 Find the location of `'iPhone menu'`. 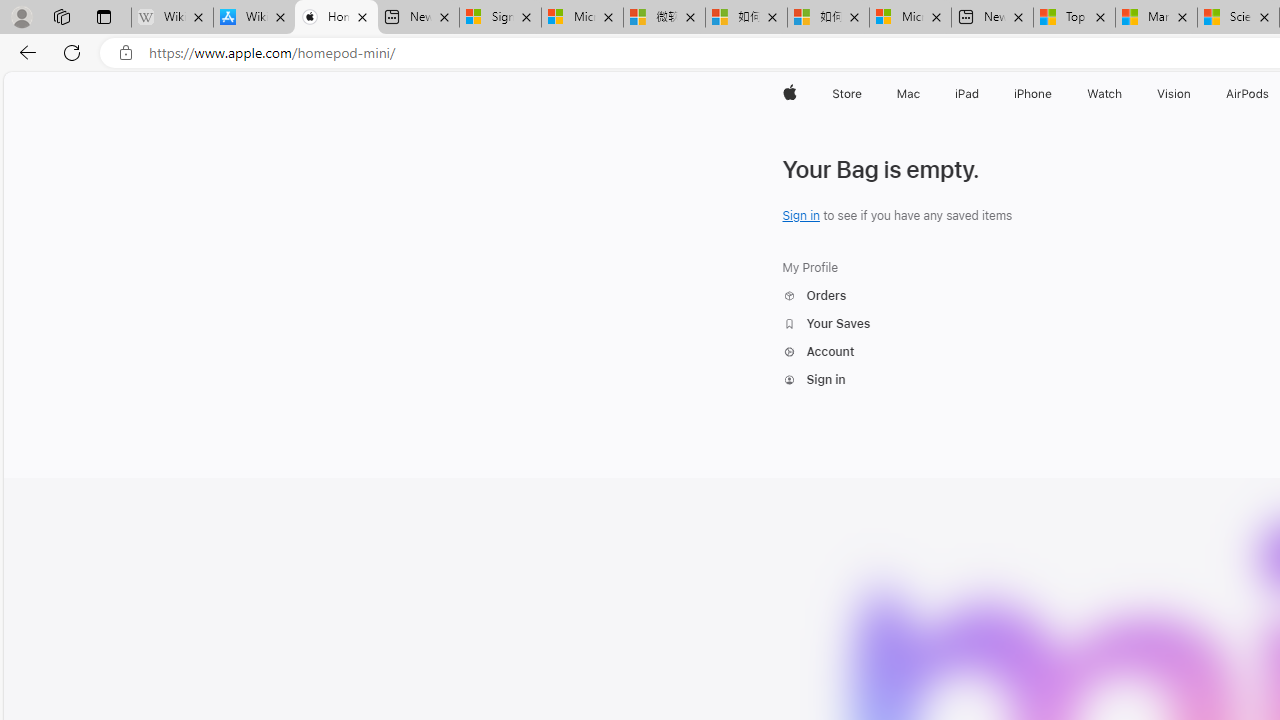

'iPhone menu' is located at coordinates (1055, 93).